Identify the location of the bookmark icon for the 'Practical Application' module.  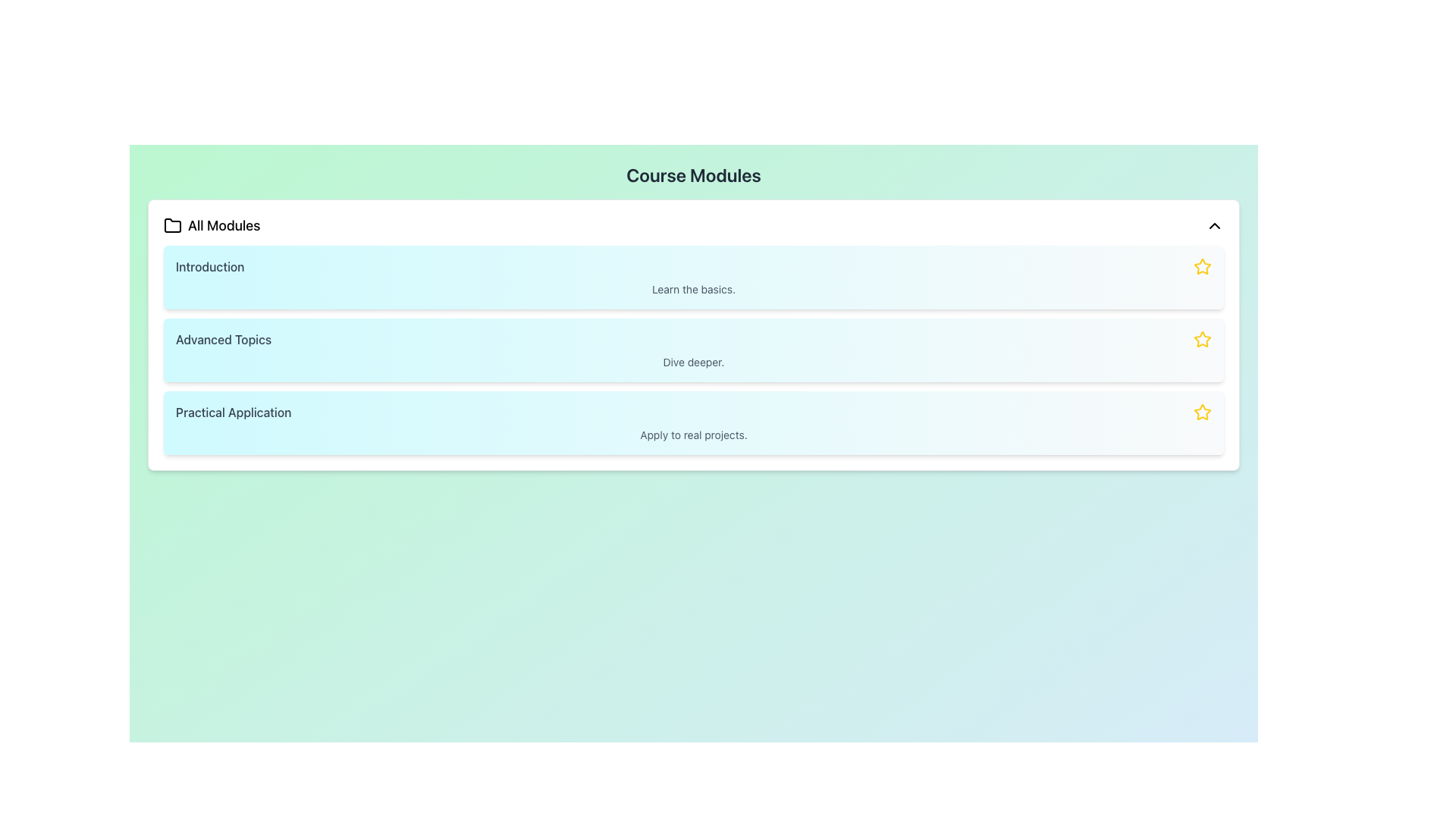
(1201, 338).